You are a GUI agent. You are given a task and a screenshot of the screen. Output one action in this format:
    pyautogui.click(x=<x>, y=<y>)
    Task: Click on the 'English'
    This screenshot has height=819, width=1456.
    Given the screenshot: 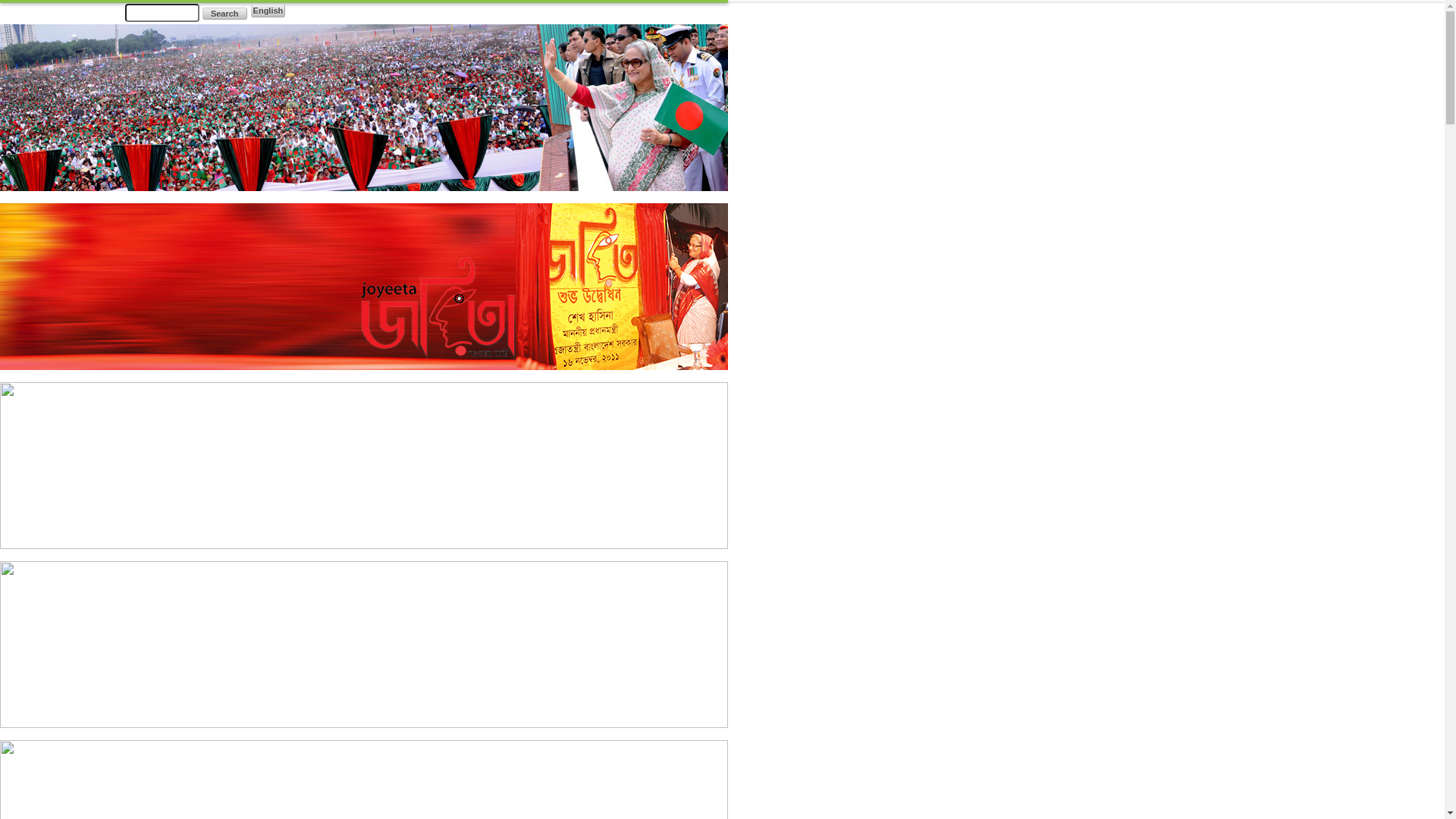 What is the action you would take?
    pyautogui.click(x=268, y=11)
    